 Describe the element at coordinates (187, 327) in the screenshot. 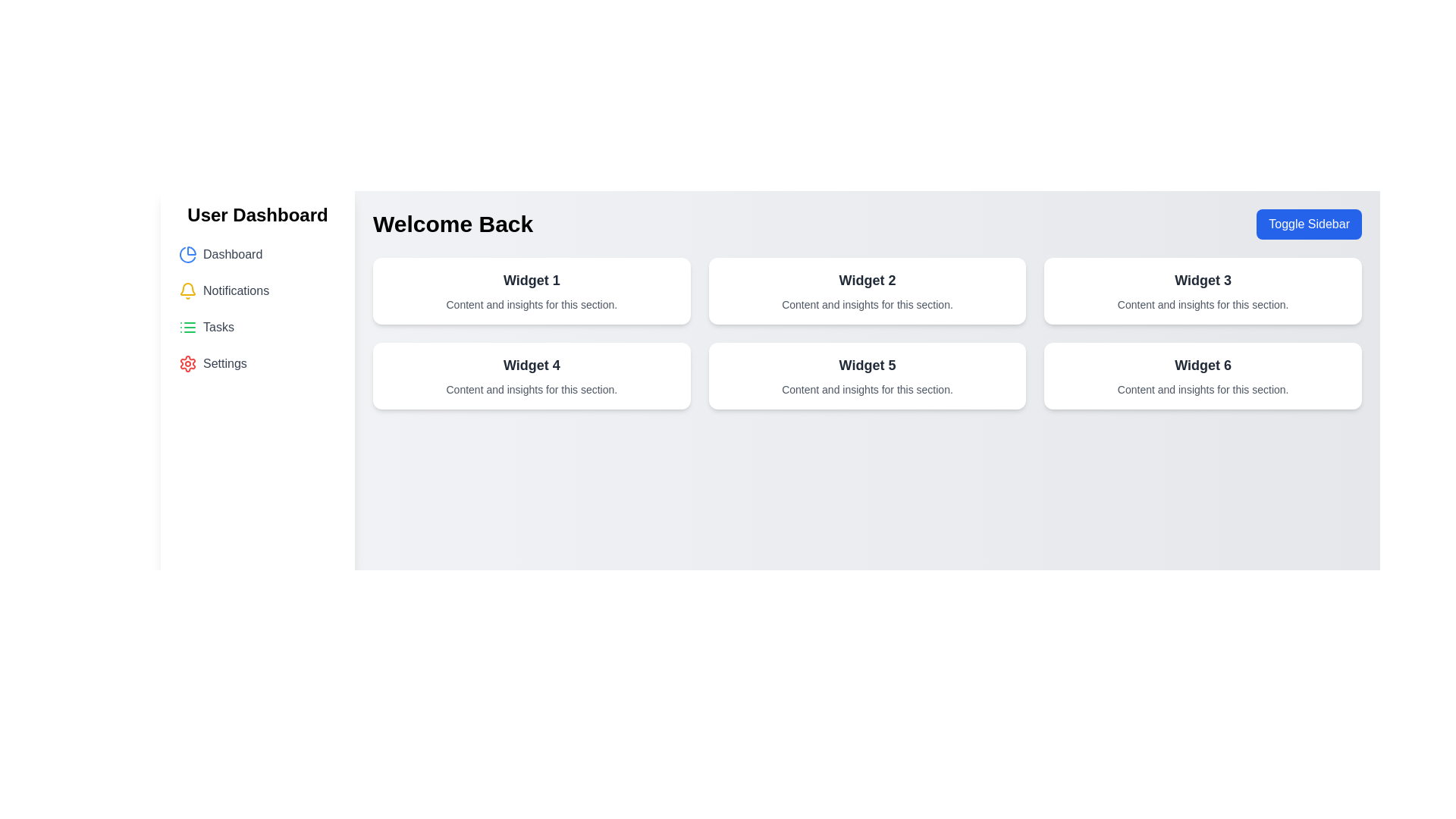

I see `the 'Tasks' icon located in the left sidebar menu, which is positioned to the left of the 'Tasks' label and is the third item in the menu` at that location.